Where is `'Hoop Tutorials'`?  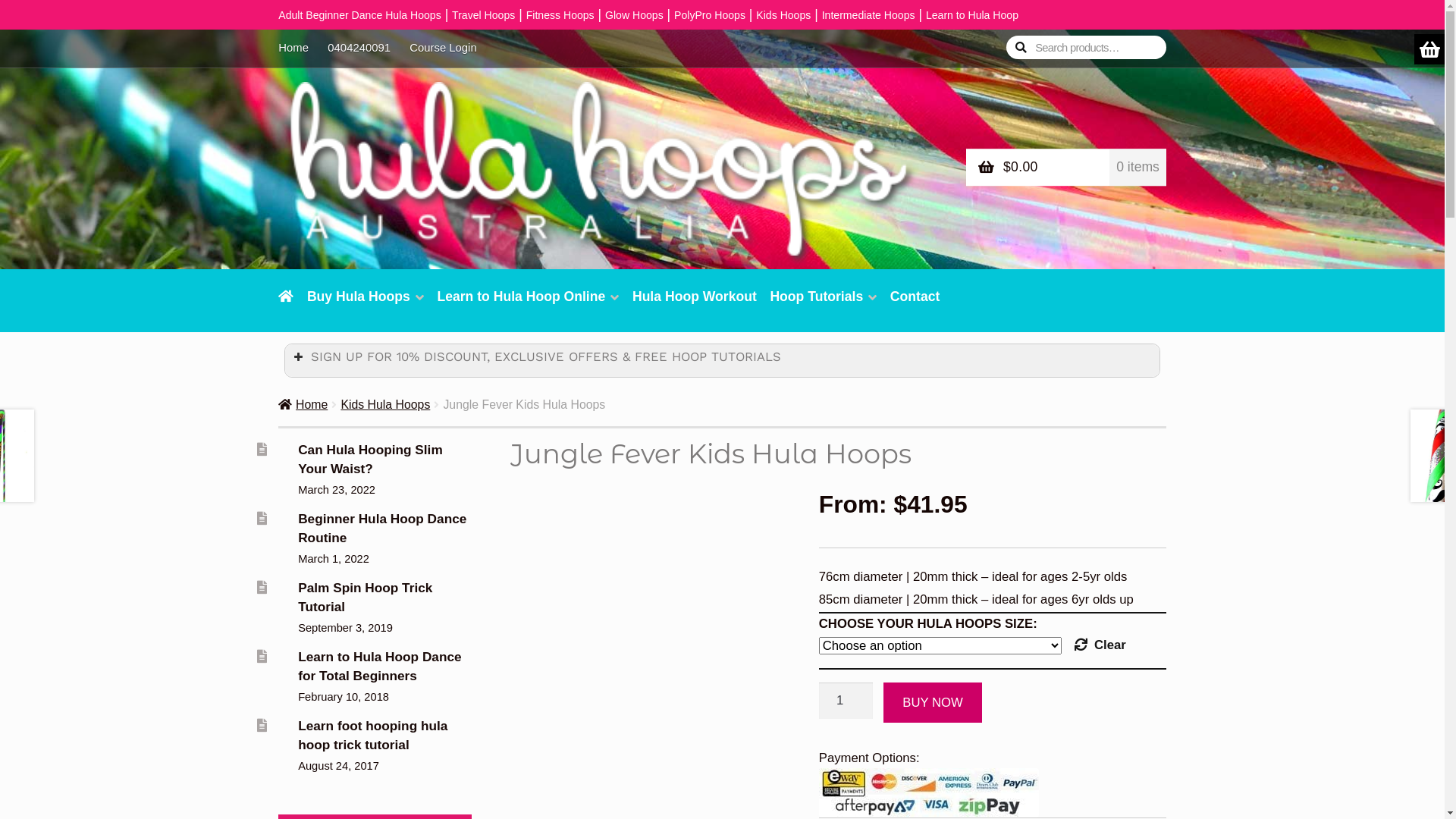
'Hoop Tutorials' is located at coordinates (822, 305).